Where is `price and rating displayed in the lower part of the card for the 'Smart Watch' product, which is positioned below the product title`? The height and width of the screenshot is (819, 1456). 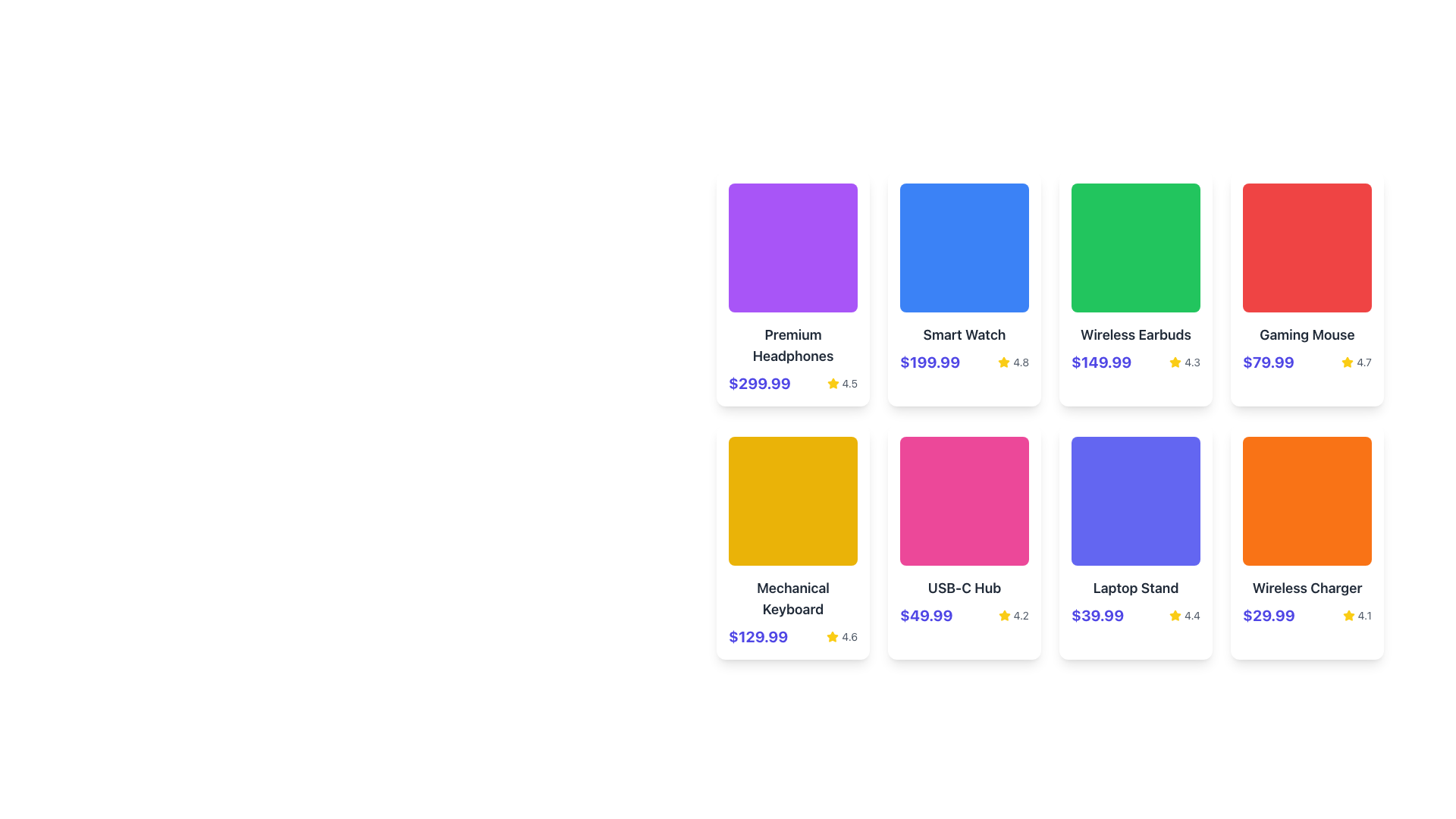 price and rating displayed in the lower part of the card for the 'Smart Watch' product, which is positioned below the product title is located at coordinates (964, 362).